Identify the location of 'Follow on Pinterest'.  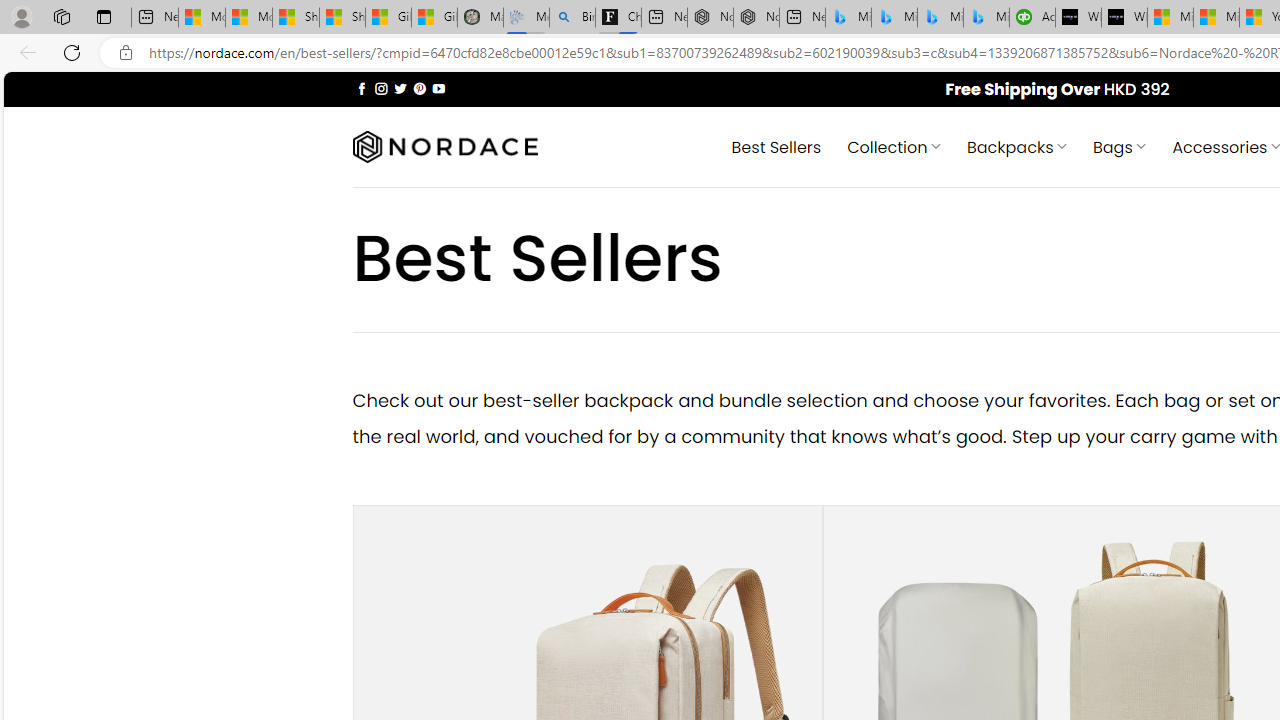
(418, 87).